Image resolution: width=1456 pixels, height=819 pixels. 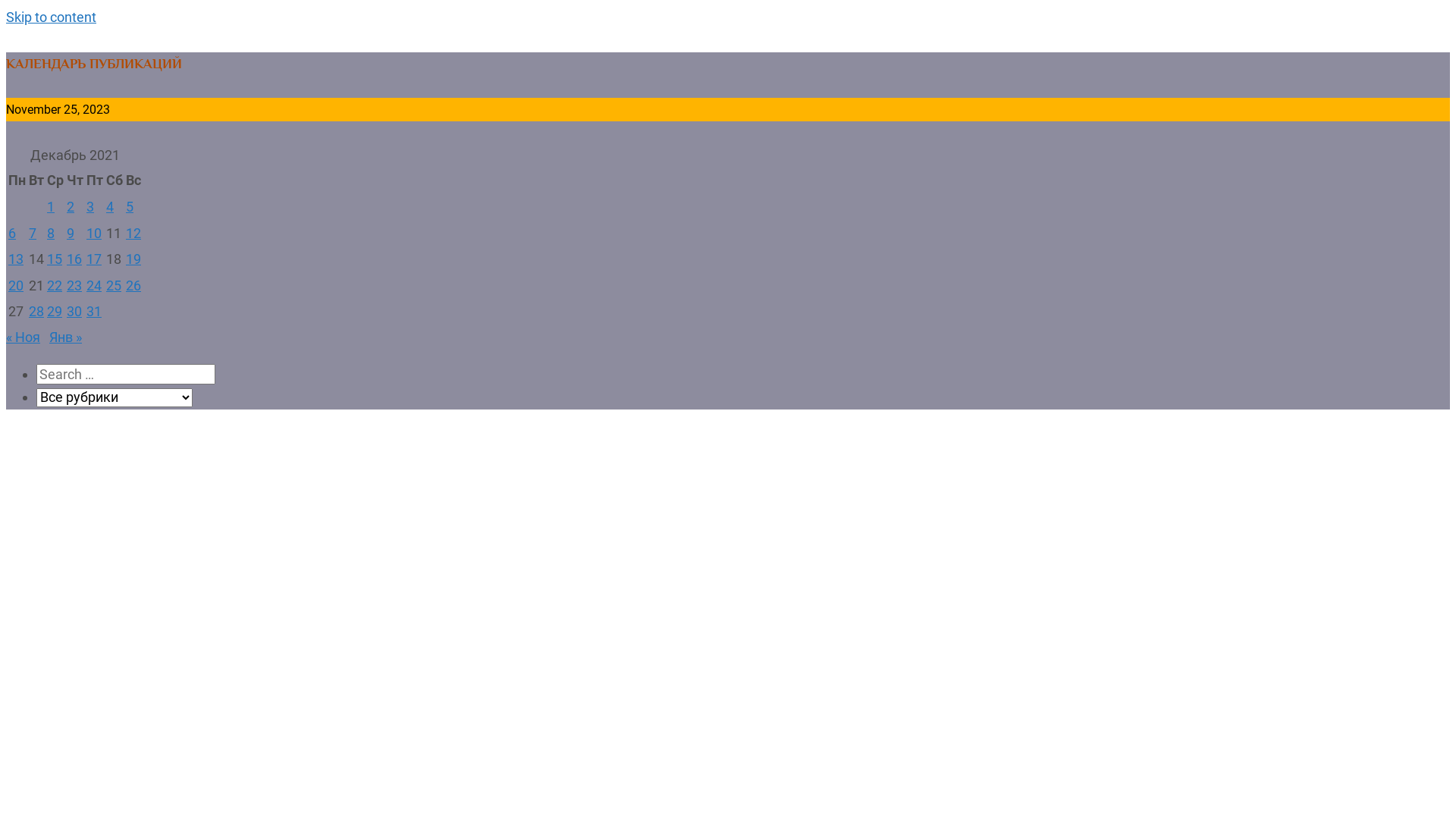 I want to click on '15', so click(x=55, y=258).